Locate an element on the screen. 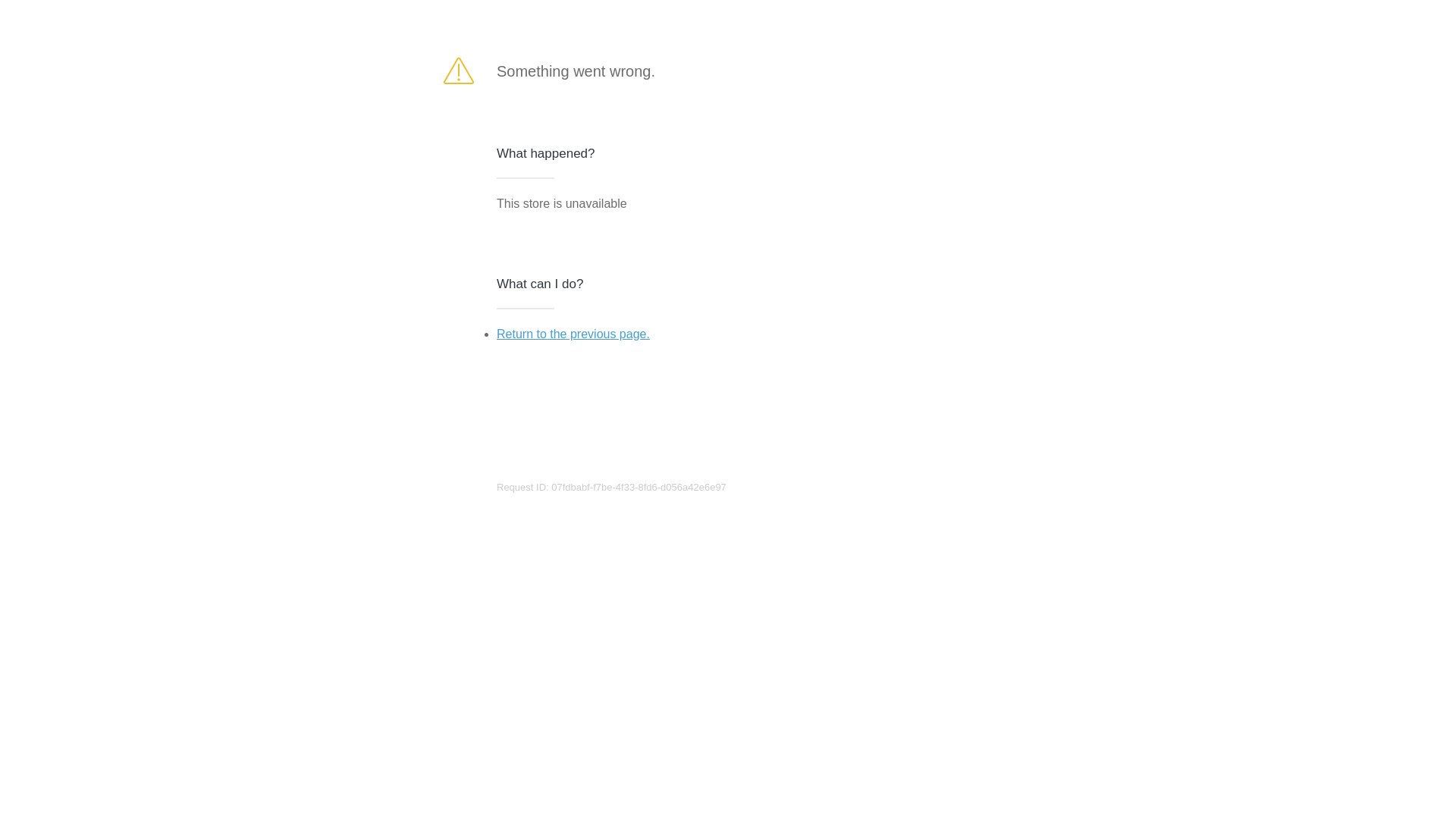 The height and width of the screenshot is (819, 1456). 'Return to the previous page.' is located at coordinates (572, 333).